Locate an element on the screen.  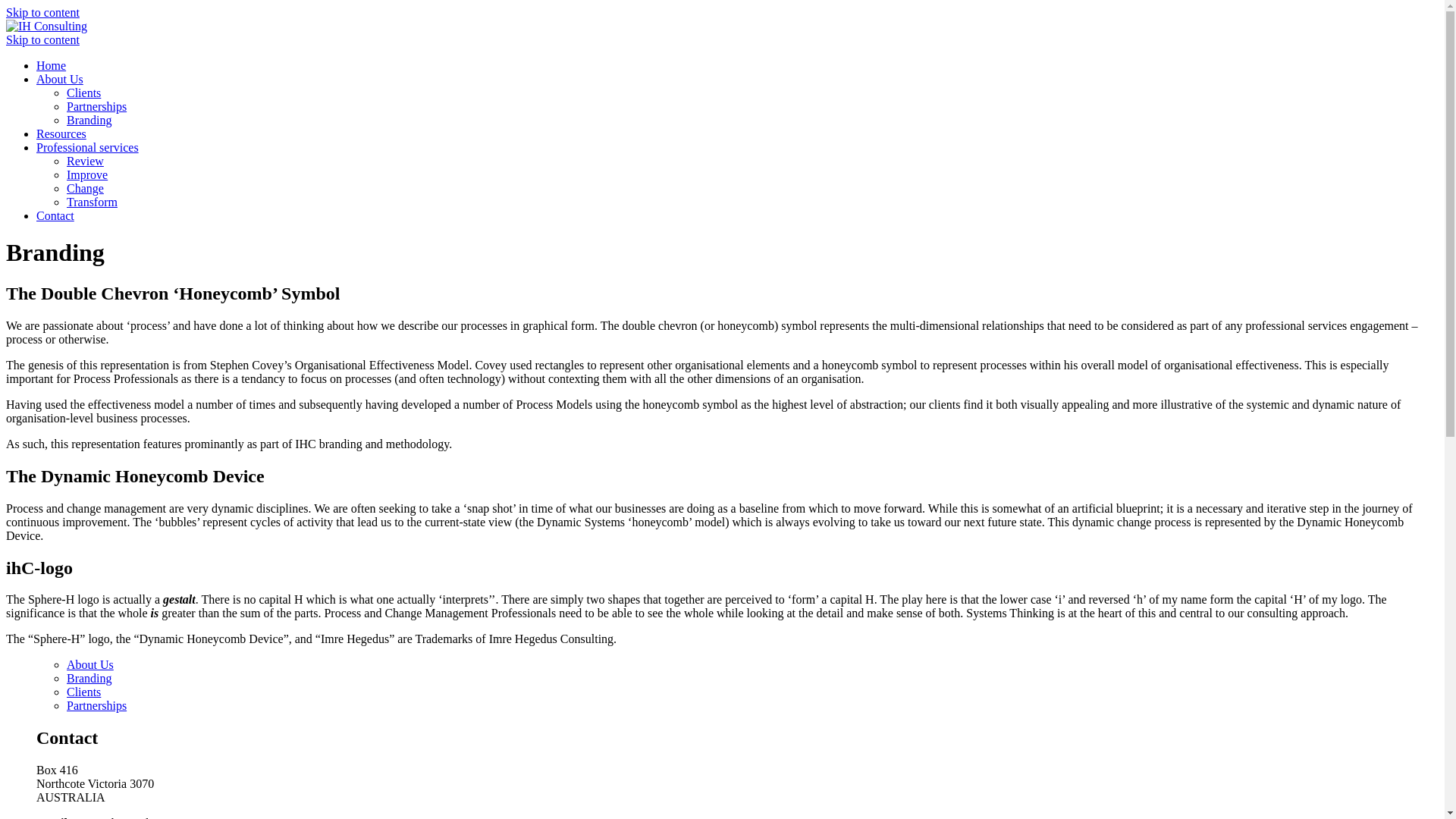
'Home' is located at coordinates (51, 64).